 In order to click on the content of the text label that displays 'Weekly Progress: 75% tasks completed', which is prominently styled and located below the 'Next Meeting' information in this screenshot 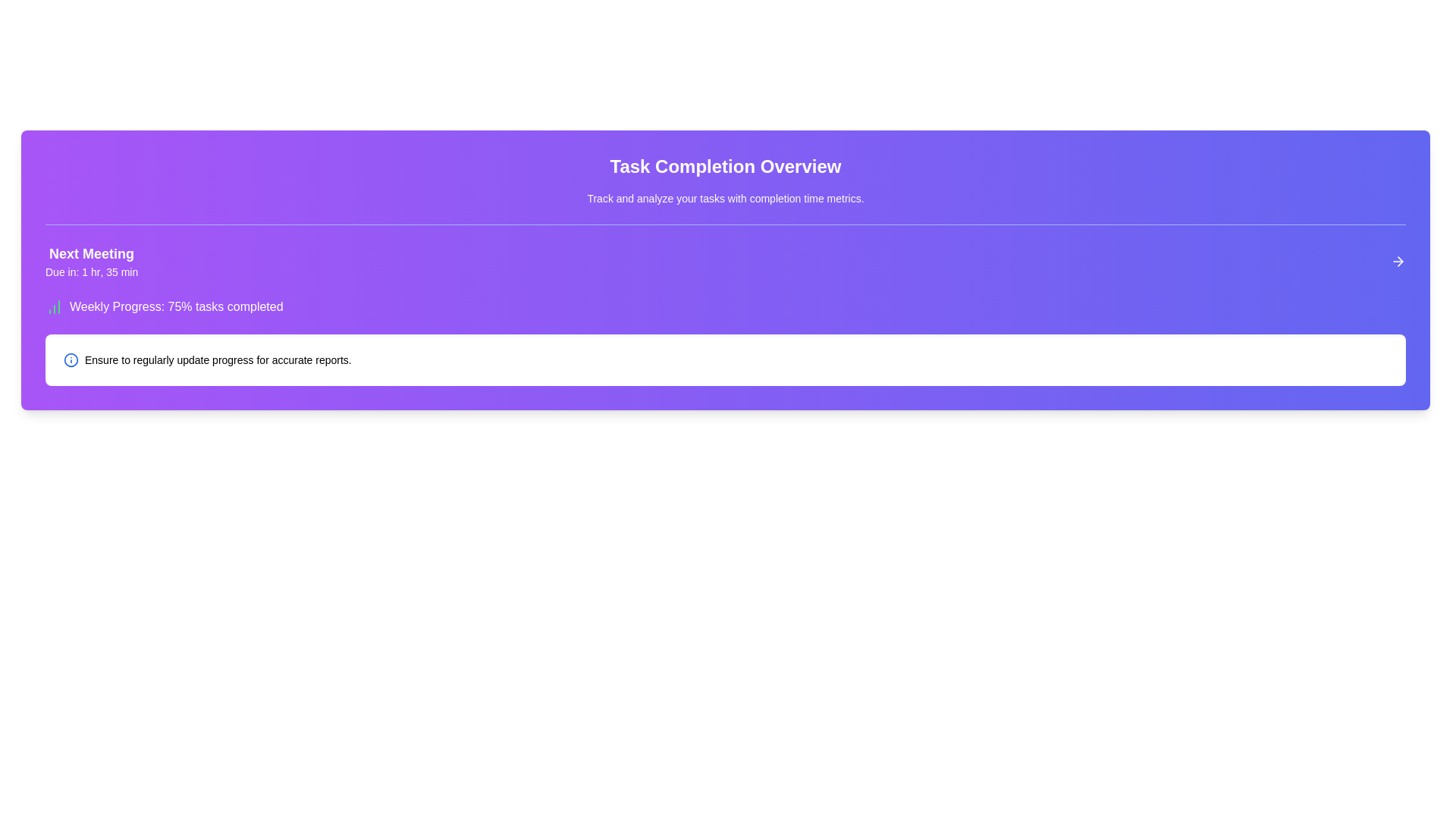, I will do `click(176, 307)`.